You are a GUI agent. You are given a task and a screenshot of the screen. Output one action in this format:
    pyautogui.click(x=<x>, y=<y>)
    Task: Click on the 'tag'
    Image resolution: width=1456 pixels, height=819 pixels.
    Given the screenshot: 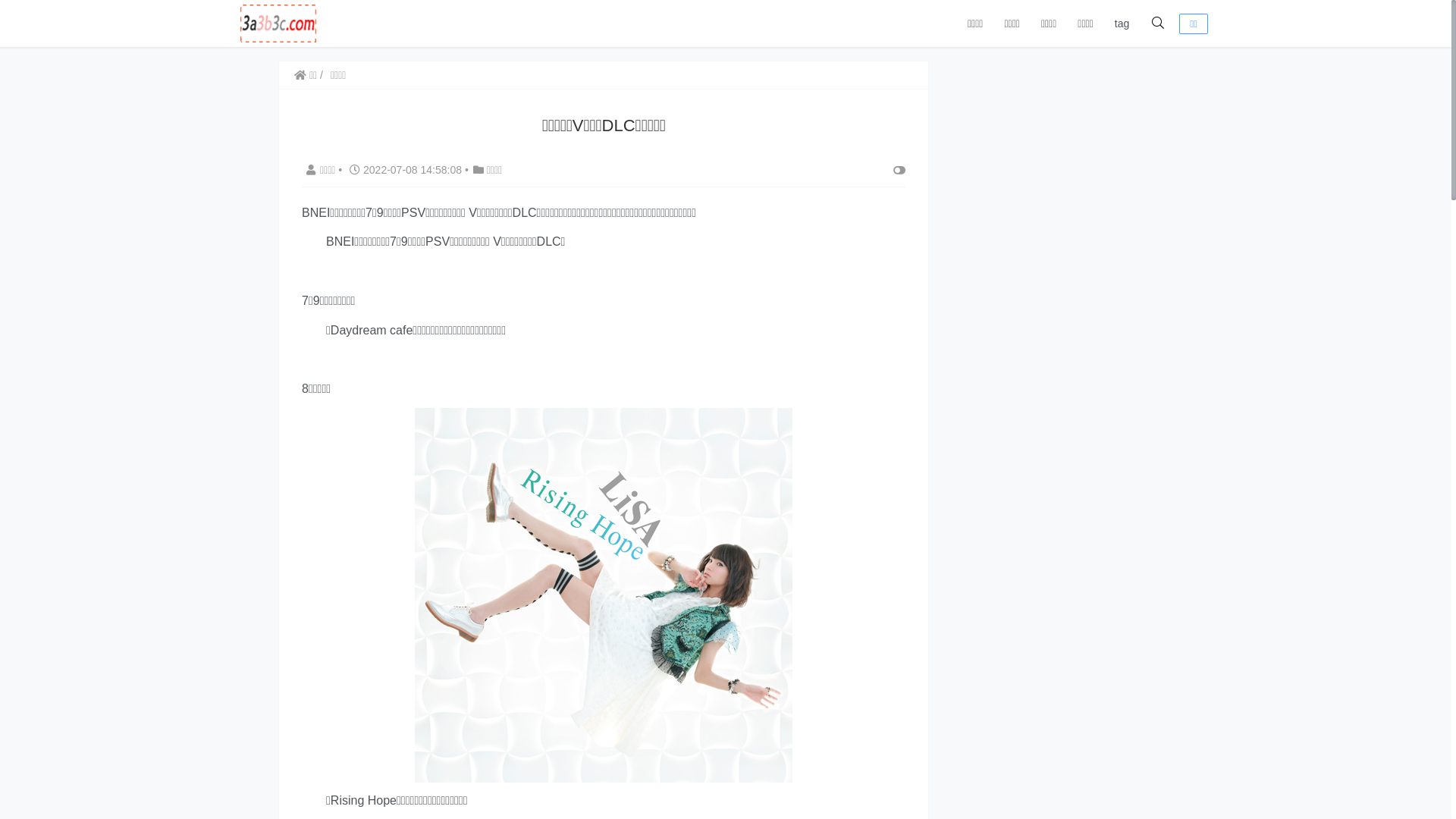 What is the action you would take?
    pyautogui.click(x=1122, y=23)
    